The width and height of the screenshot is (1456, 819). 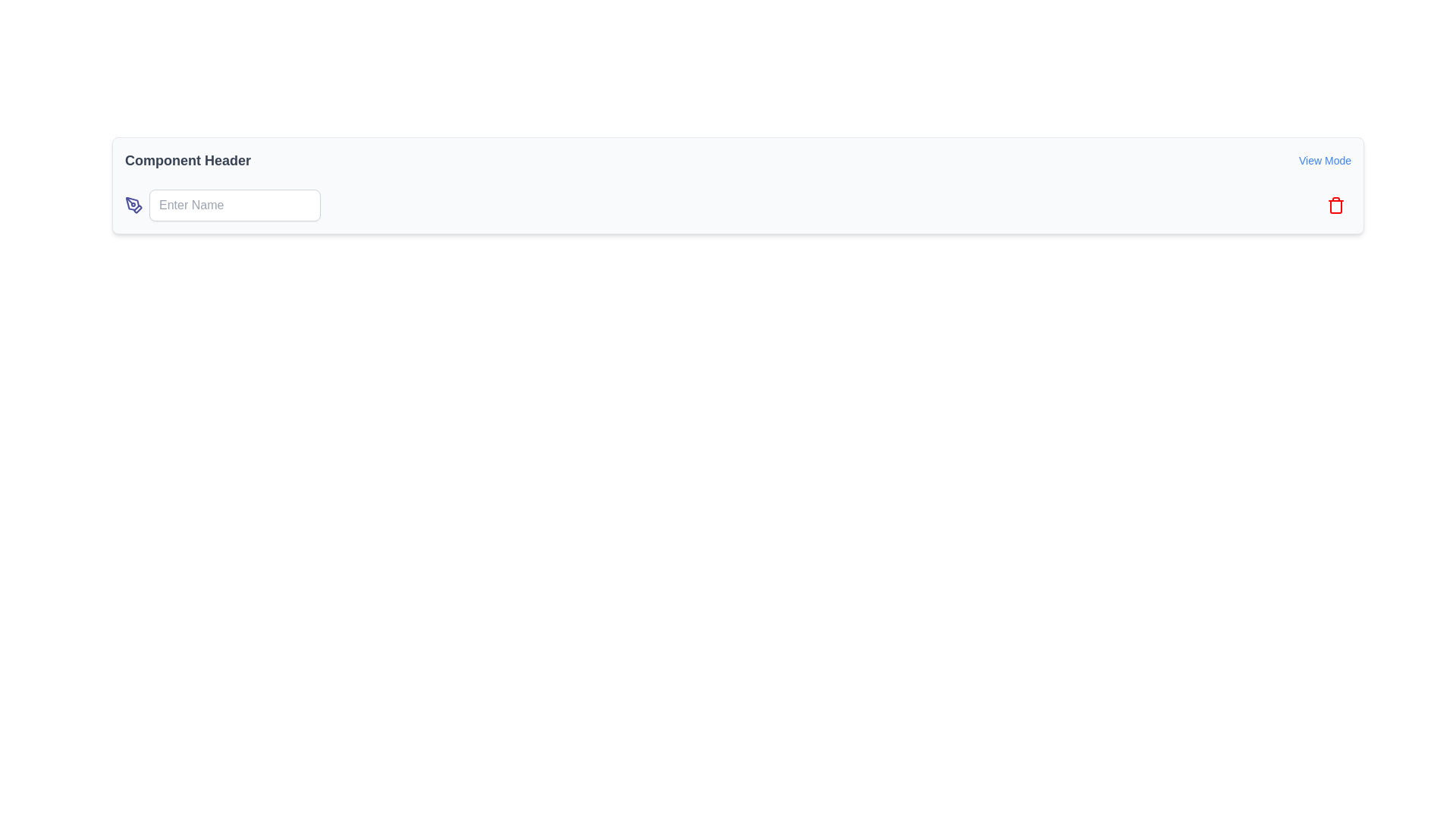 What do you see at coordinates (134, 205) in the screenshot?
I see `the pen tool icon, which is styled with a purple stroke and located to the left of the 'Enter Name' input field` at bounding box center [134, 205].